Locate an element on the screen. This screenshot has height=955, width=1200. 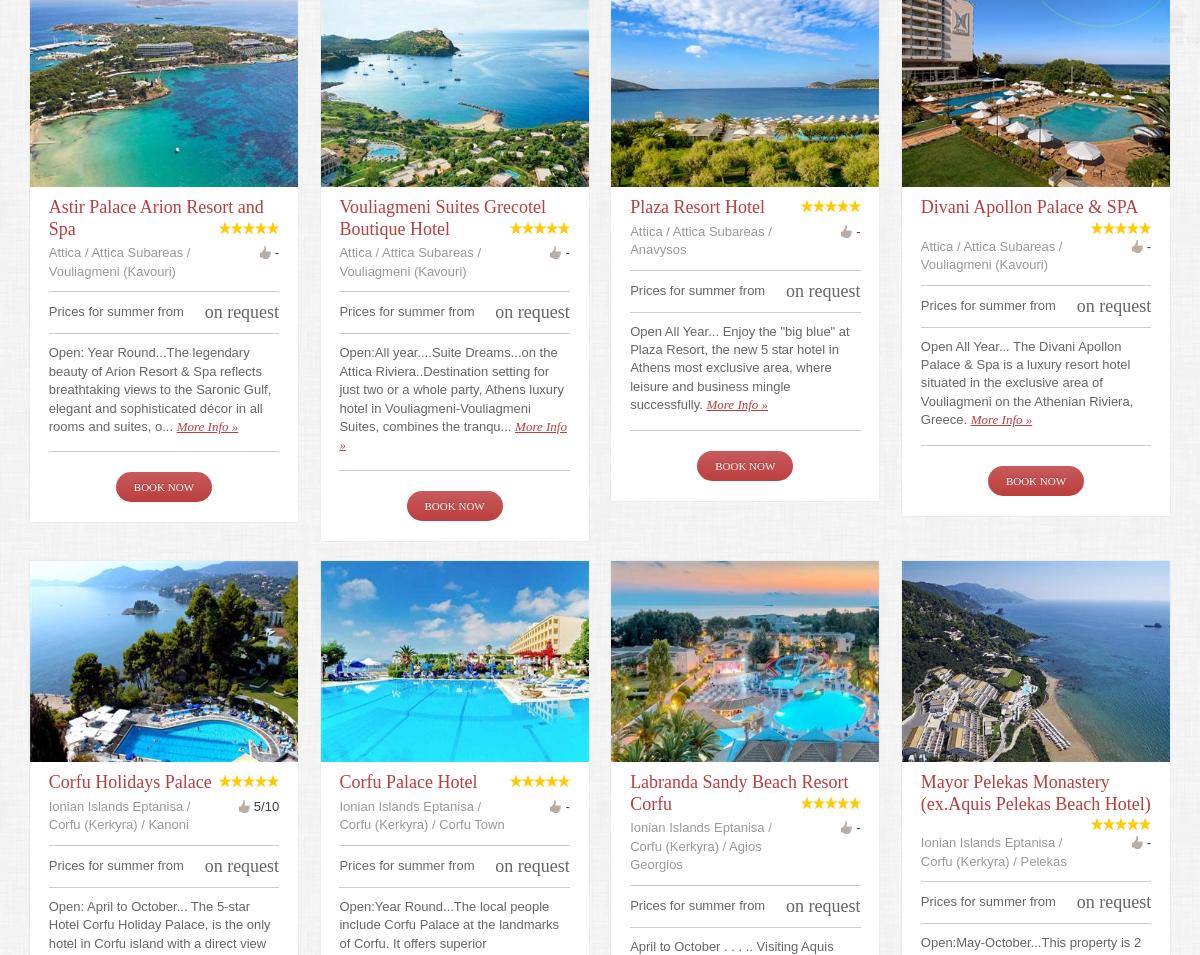
'Open: Year Round...The legendary beauty of Arion Resort & Spa reflects breathtaking views to the Saronic Gulf, elegant and sophisticated décor in all rooms and suites, o...' is located at coordinates (158, 387).